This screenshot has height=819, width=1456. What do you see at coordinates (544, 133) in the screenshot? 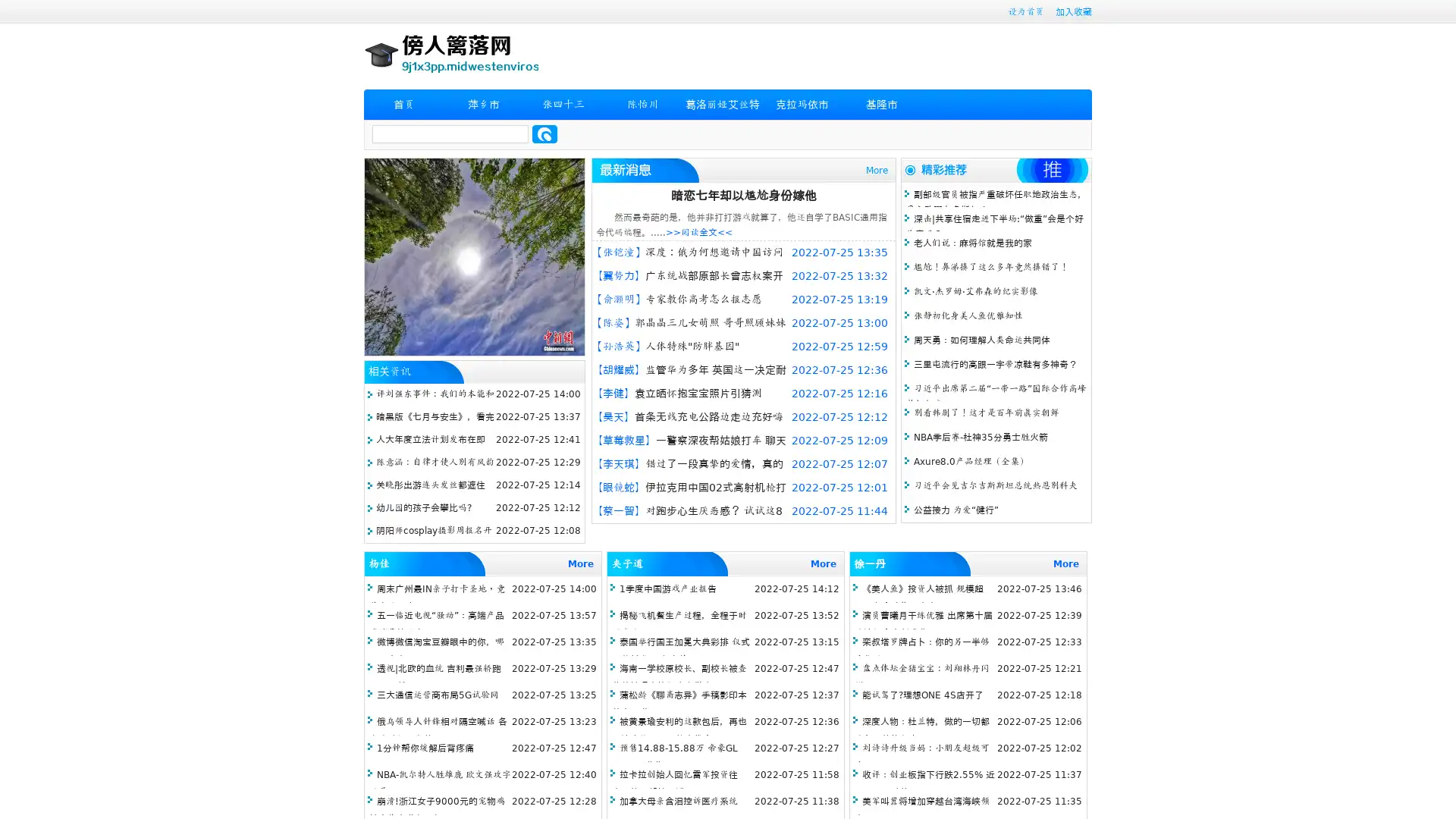
I see `Search` at bounding box center [544, 133].